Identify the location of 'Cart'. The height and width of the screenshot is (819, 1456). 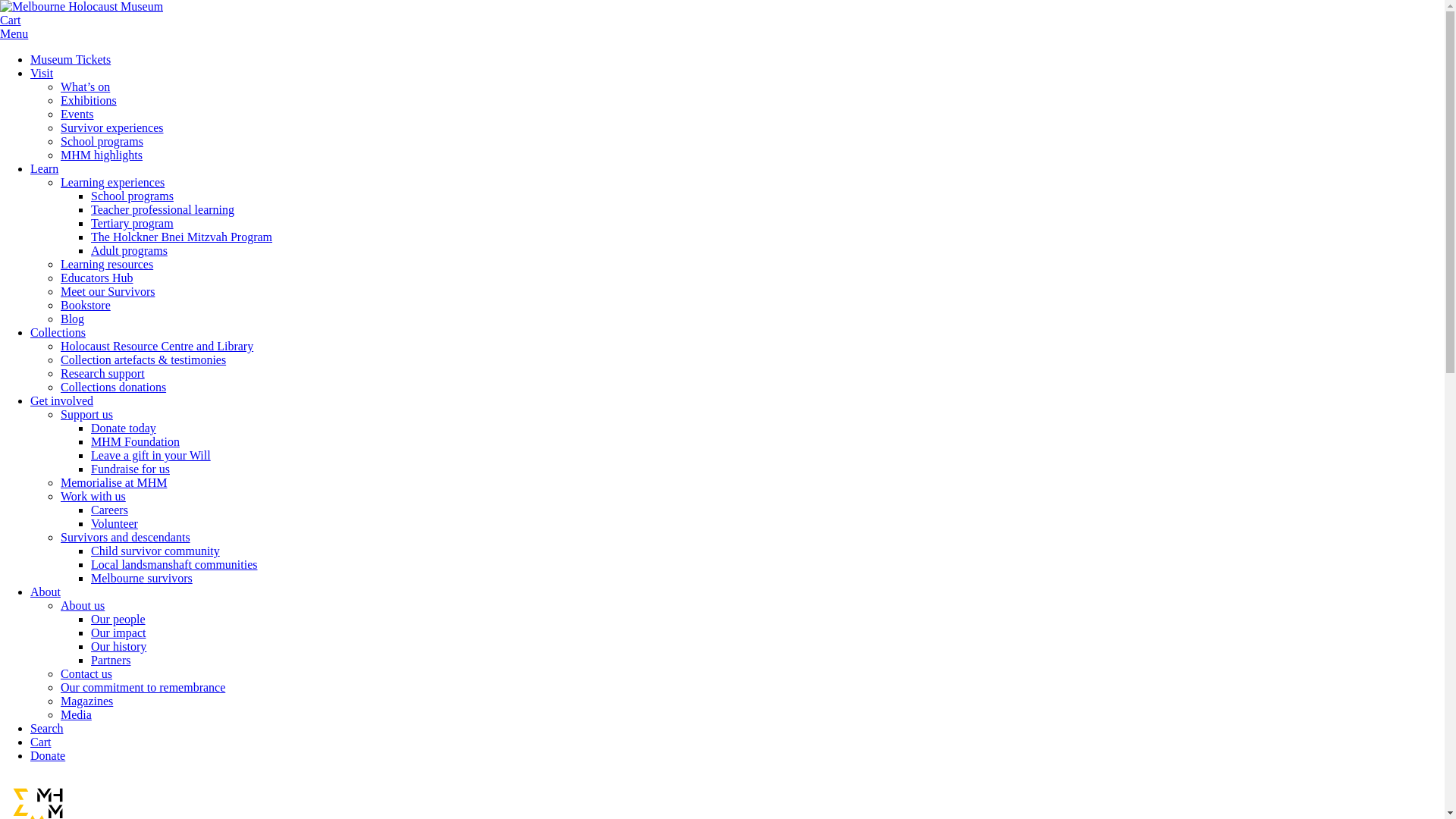
(11, 20).